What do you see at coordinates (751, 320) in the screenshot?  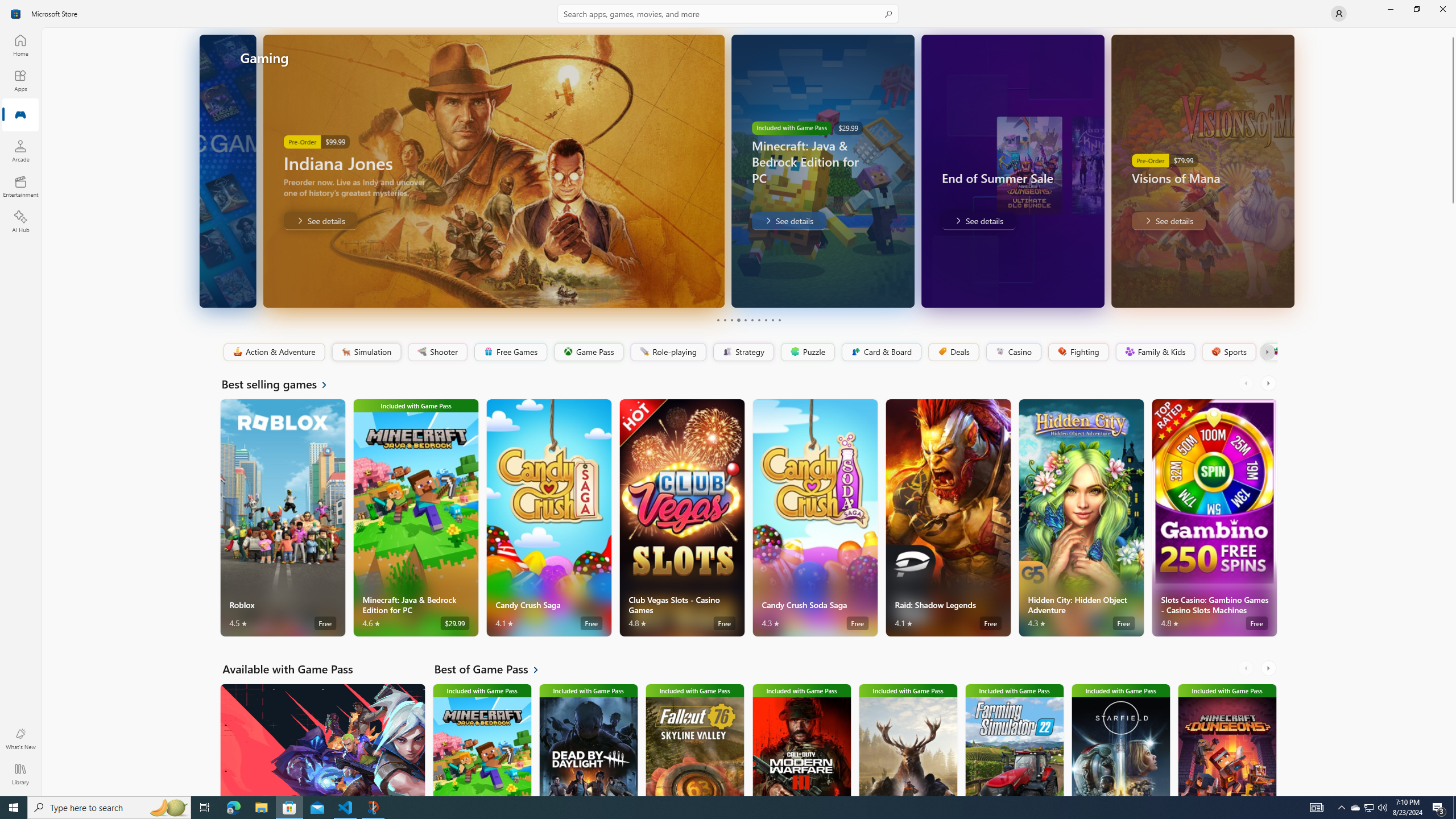 I see `'Page 6'` at bounding box center [751, 320].